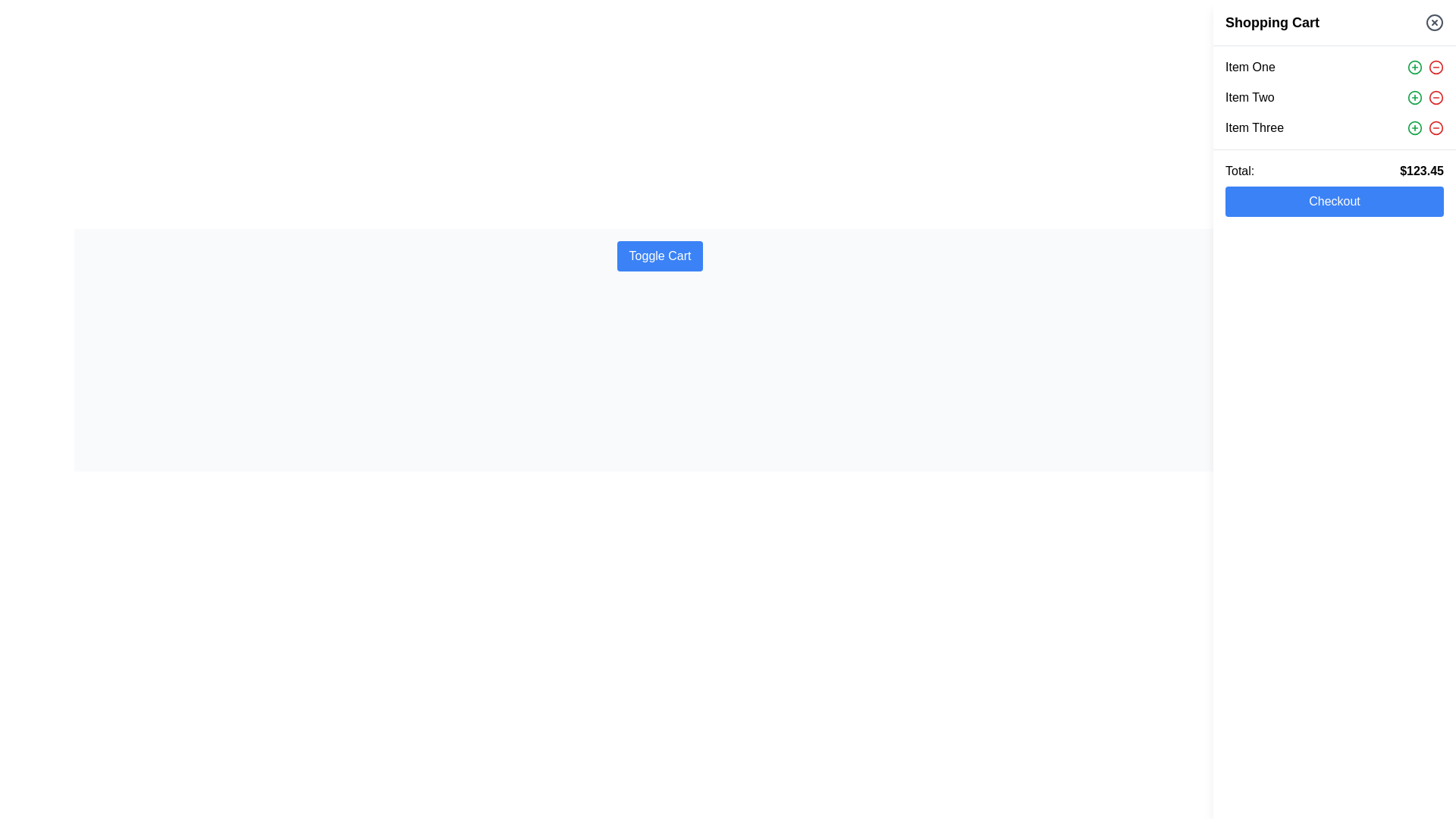 Image resolution: width=1456 pixels, height=819 pixels. Describe the element at coordinates (1250, 66) in the screenshot. I see `the text label displaying 'Item One' in the shopping cart section, which is styled in a medium-weight black font and is the first item in the list` at that location.